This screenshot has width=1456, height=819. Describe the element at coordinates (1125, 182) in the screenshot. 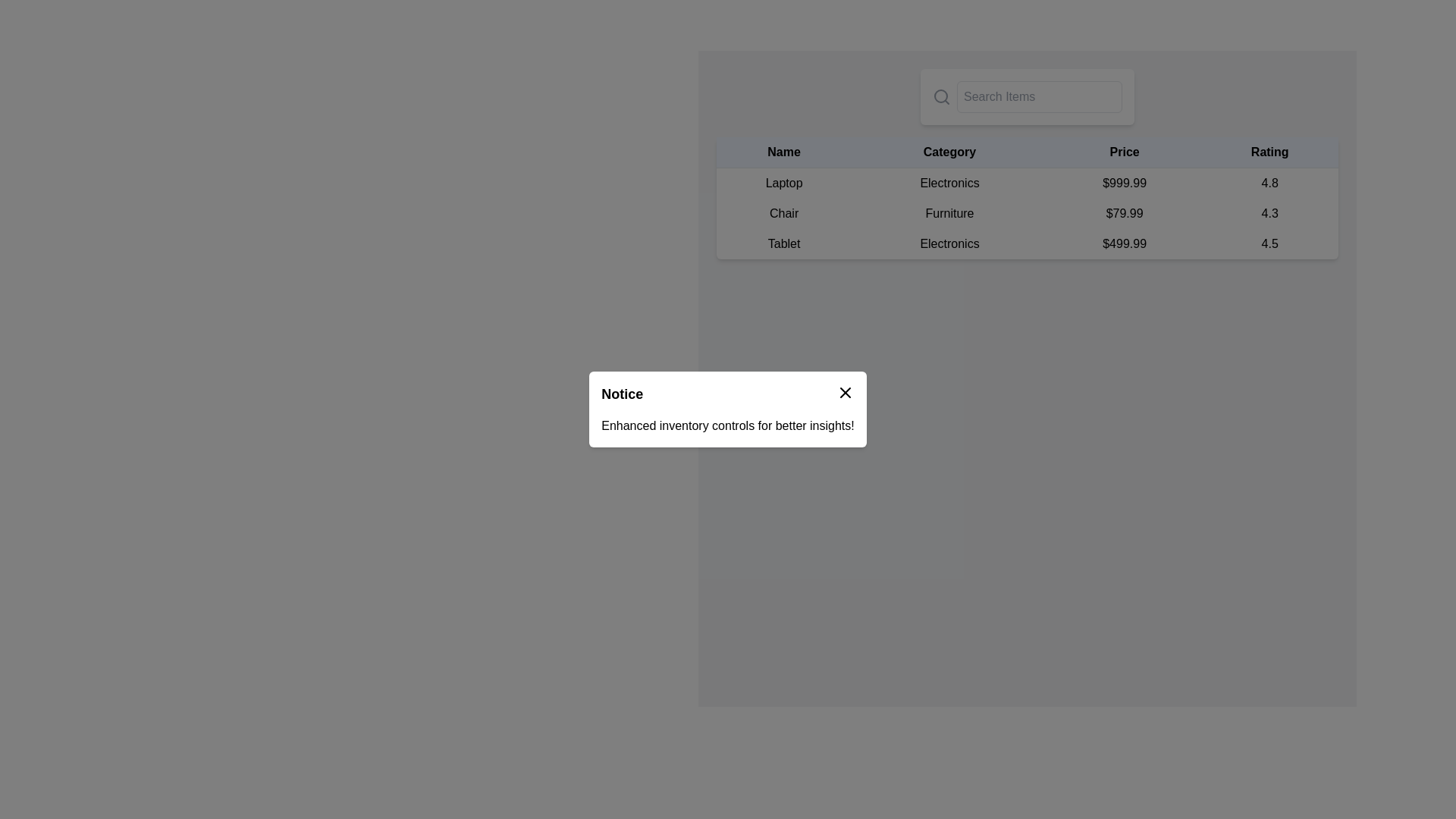

I see `the static text element displaying the price '$999.99', which is located in the third column of the first row of a table, between the 'Electronics' text and the '4.8' rating text` at that location.